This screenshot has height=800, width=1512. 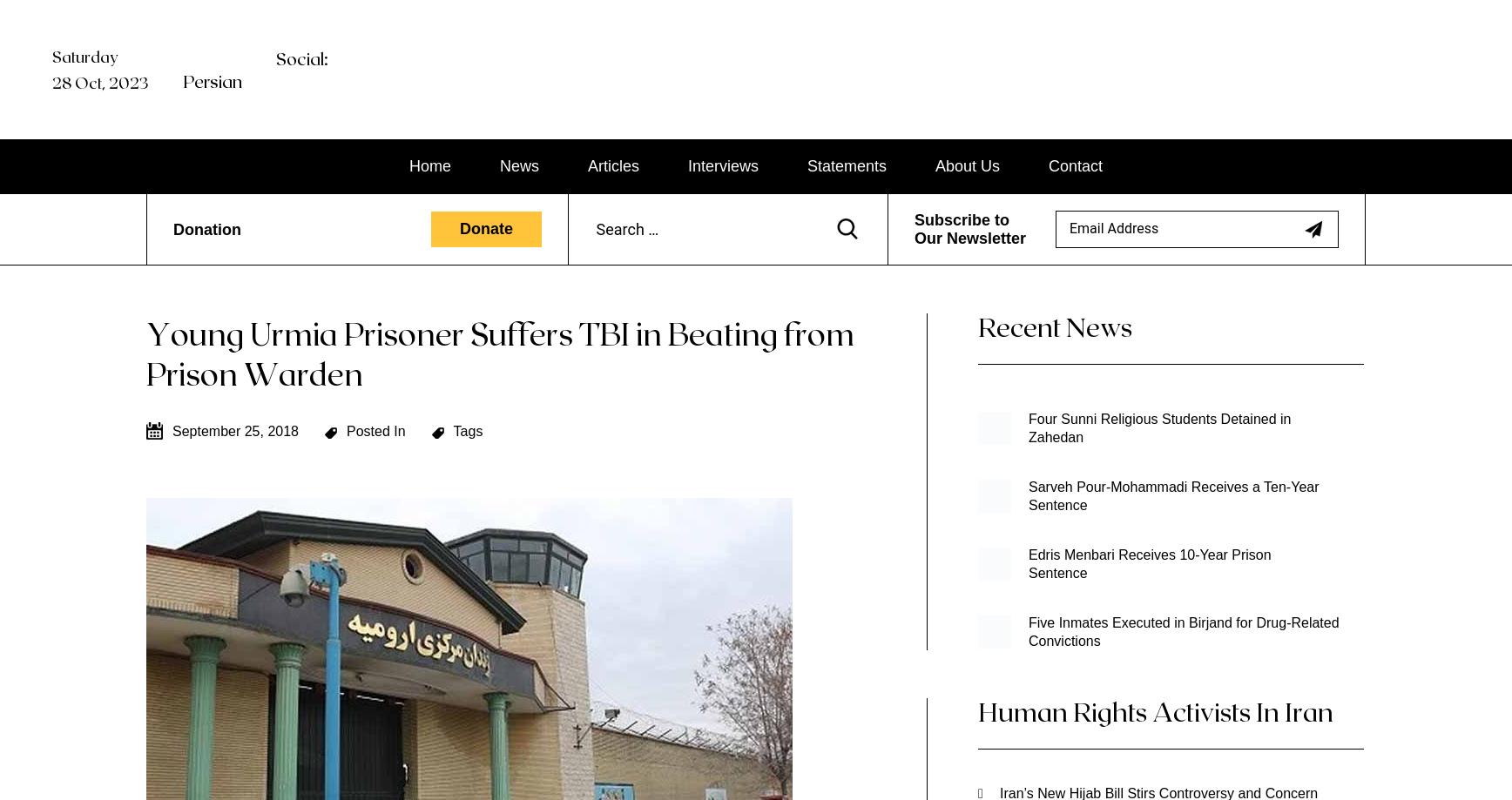 I want to click on '28 Oct, 2023', so click(x=98, y=82).